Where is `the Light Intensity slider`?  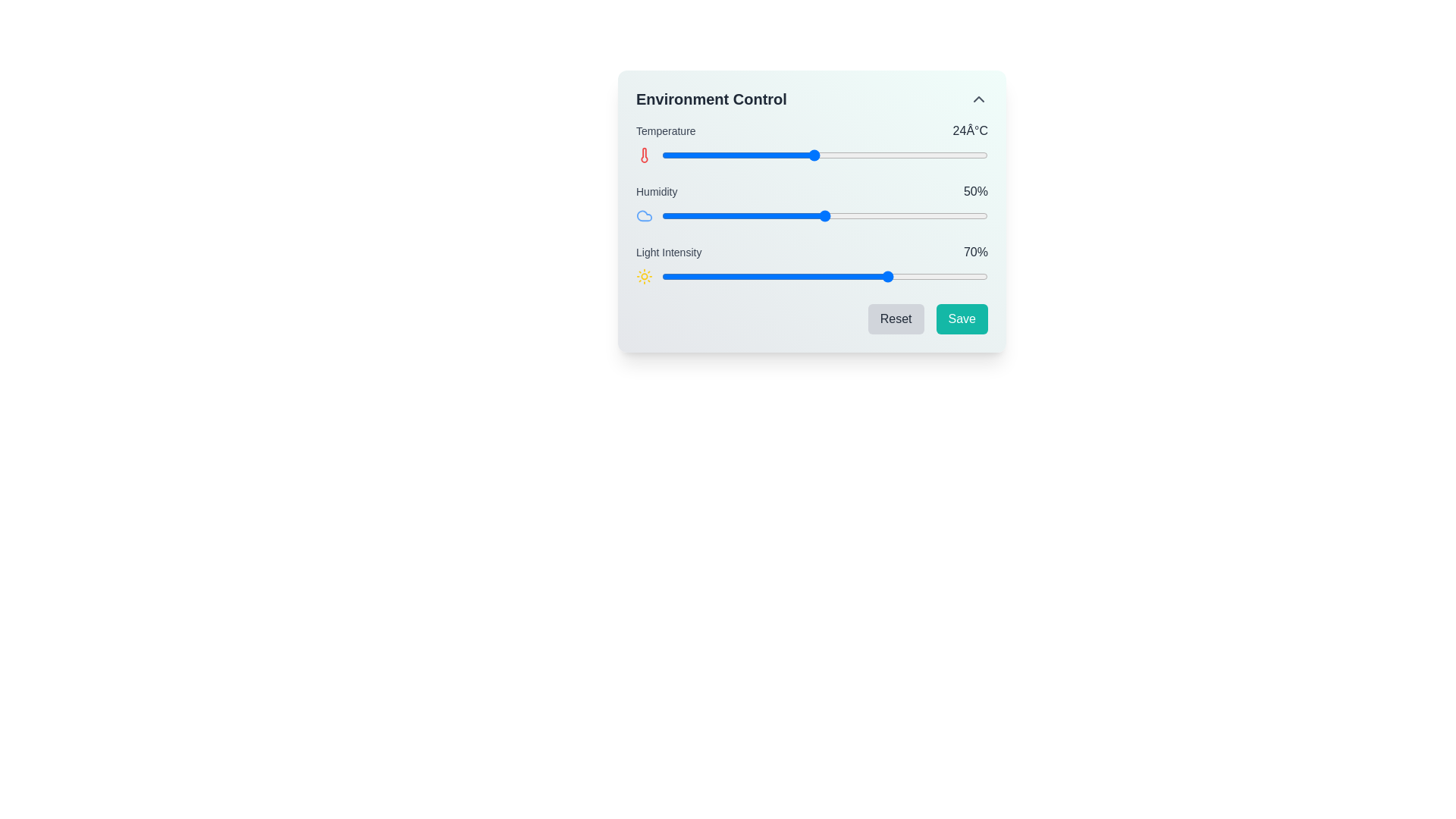 the Light Intensity slider is located at coordinates (896, 277).